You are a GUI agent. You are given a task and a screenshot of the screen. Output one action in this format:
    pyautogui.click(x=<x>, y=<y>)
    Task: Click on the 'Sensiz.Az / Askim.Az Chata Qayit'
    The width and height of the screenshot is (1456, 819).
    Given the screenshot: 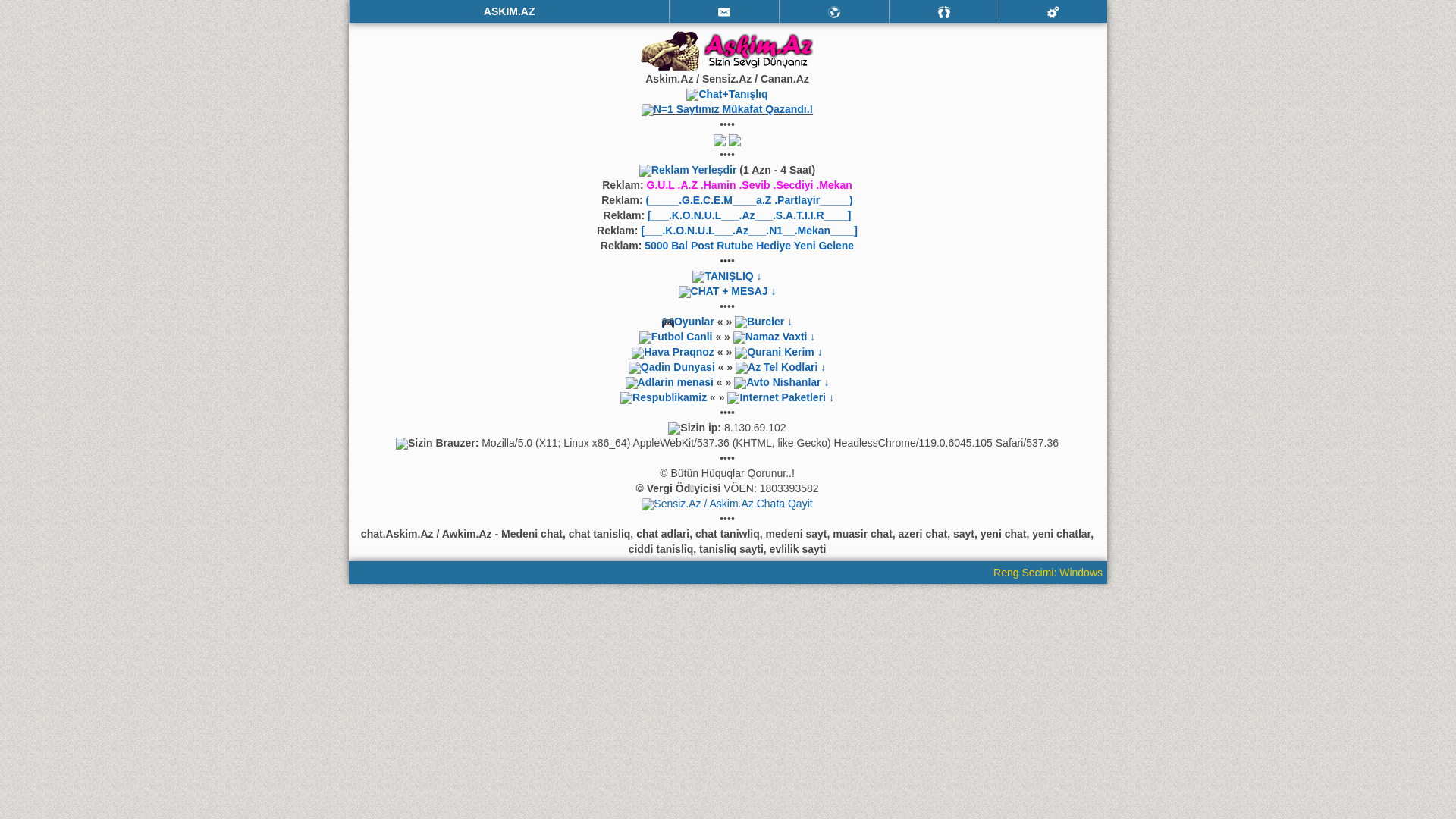 What is the action you would take?
    pyautogui.click(x=733, y=503)
    